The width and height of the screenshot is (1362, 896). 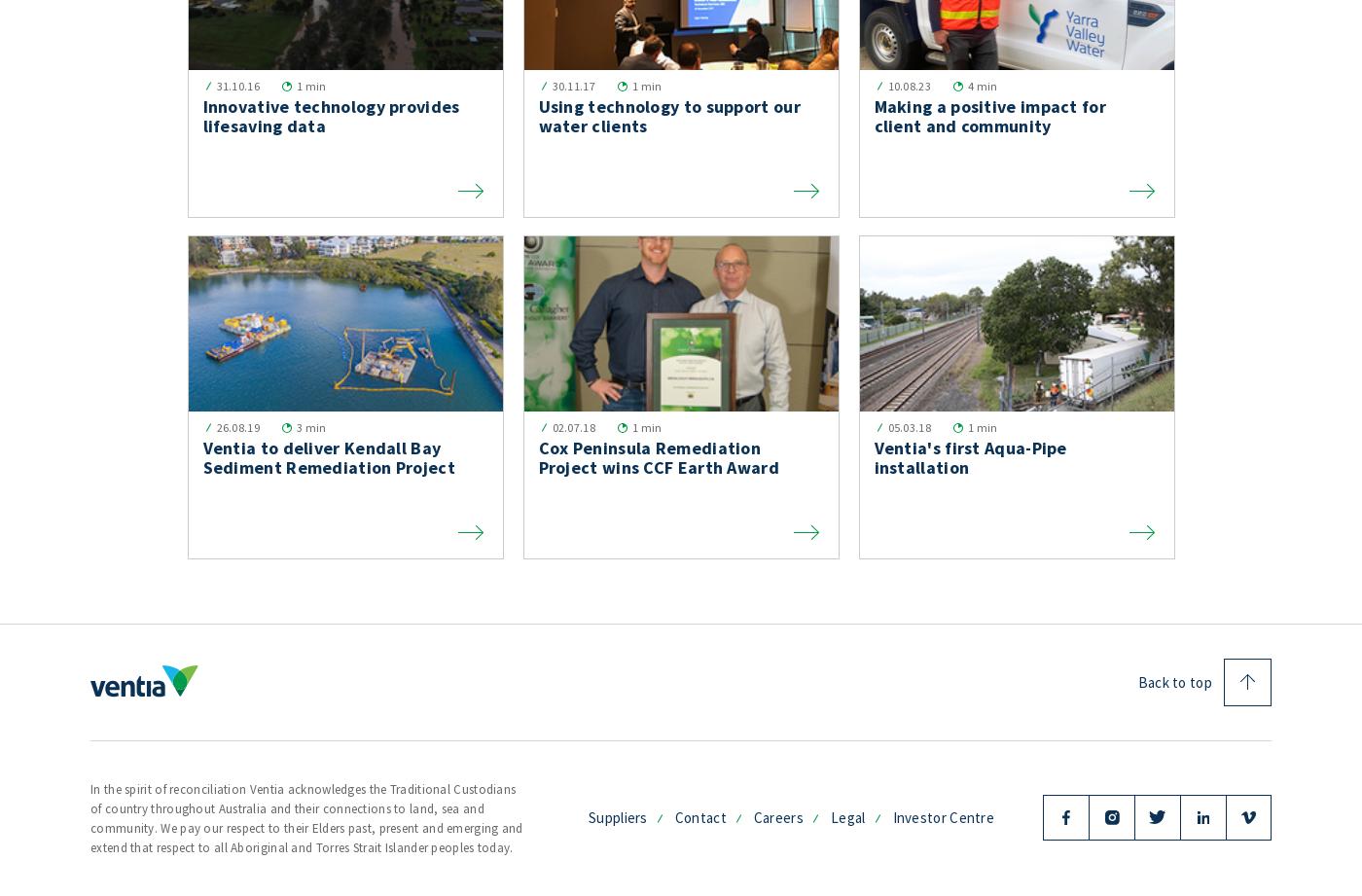 I want to click on 'Careers', so click(x=777, y=815).